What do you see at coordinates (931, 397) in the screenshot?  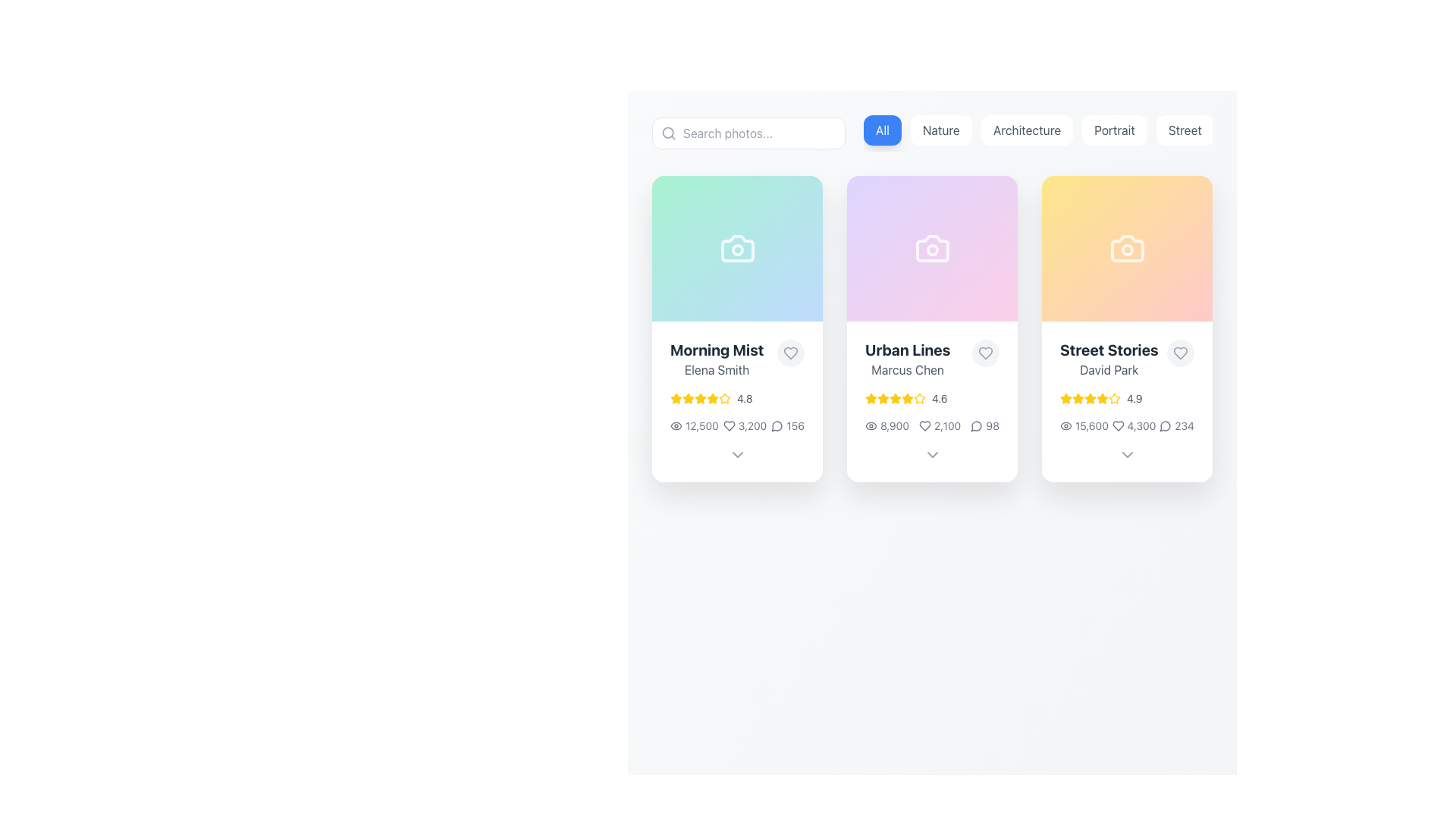 I see `the Rating Display Component that visually conveys a score of 4.6, located within the 'Urban Lines' card, near the top center of the interface` at bounding box center [931, 397].